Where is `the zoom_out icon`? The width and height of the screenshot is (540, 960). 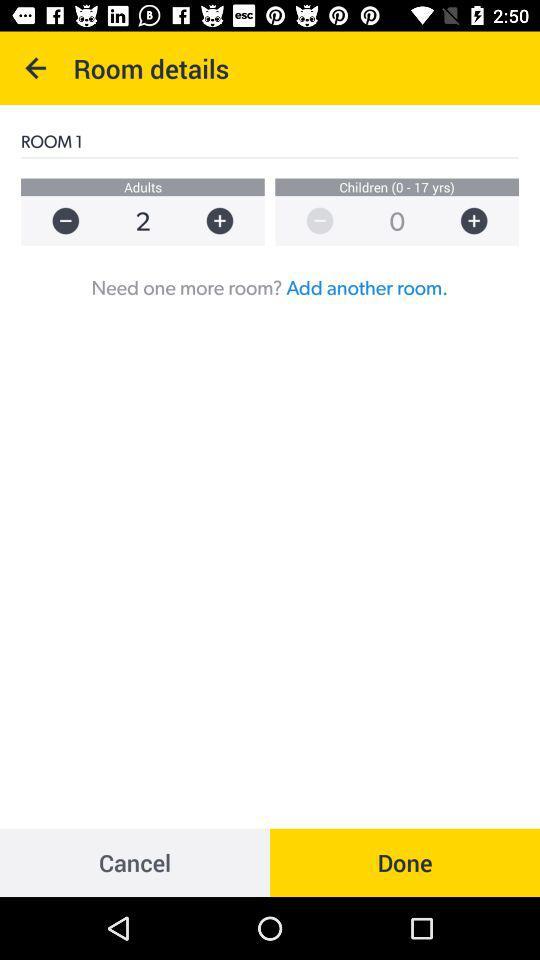 the zoom_out icon is located at coordinates (310, 221).